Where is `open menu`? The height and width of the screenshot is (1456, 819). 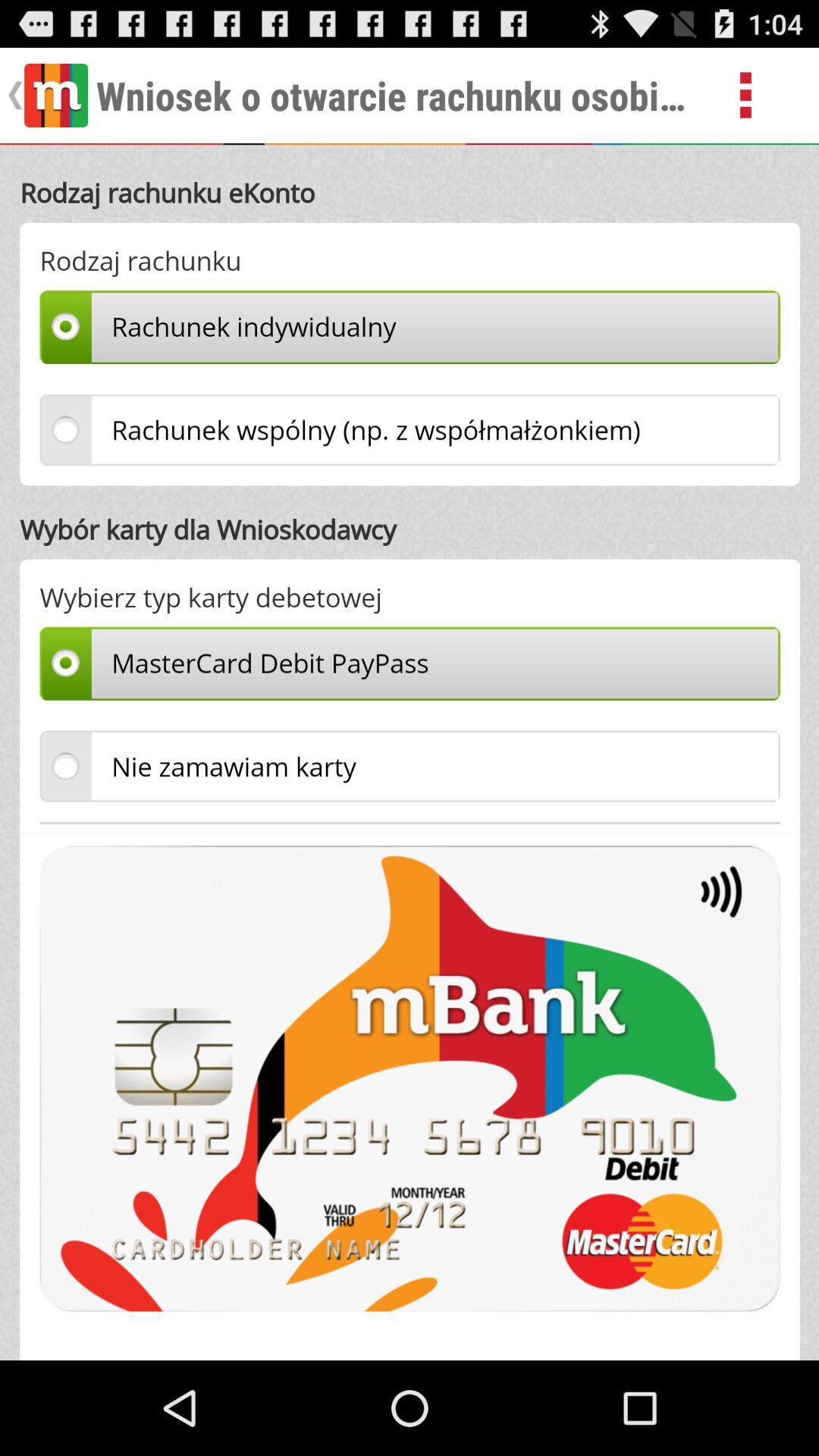
open menu is located at coordinates (763, 94).